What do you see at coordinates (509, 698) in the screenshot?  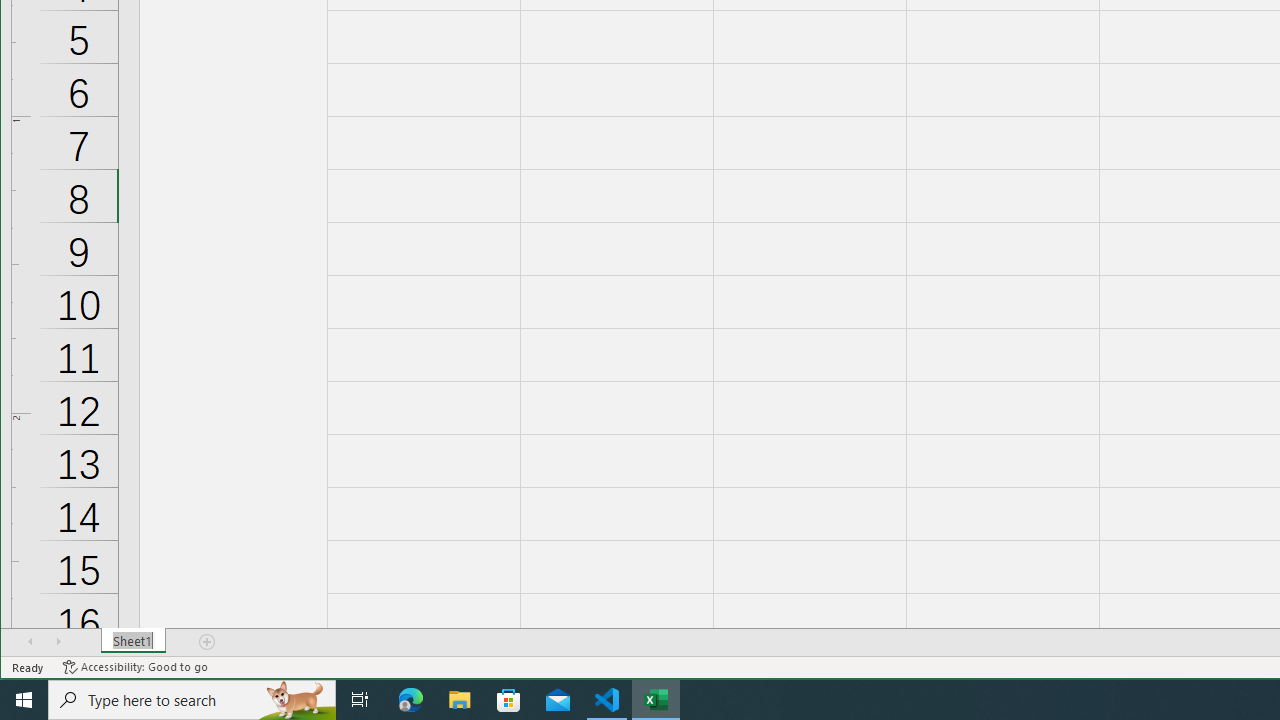 I see `'Microsoft Store'` at bounding box center [509, 698].